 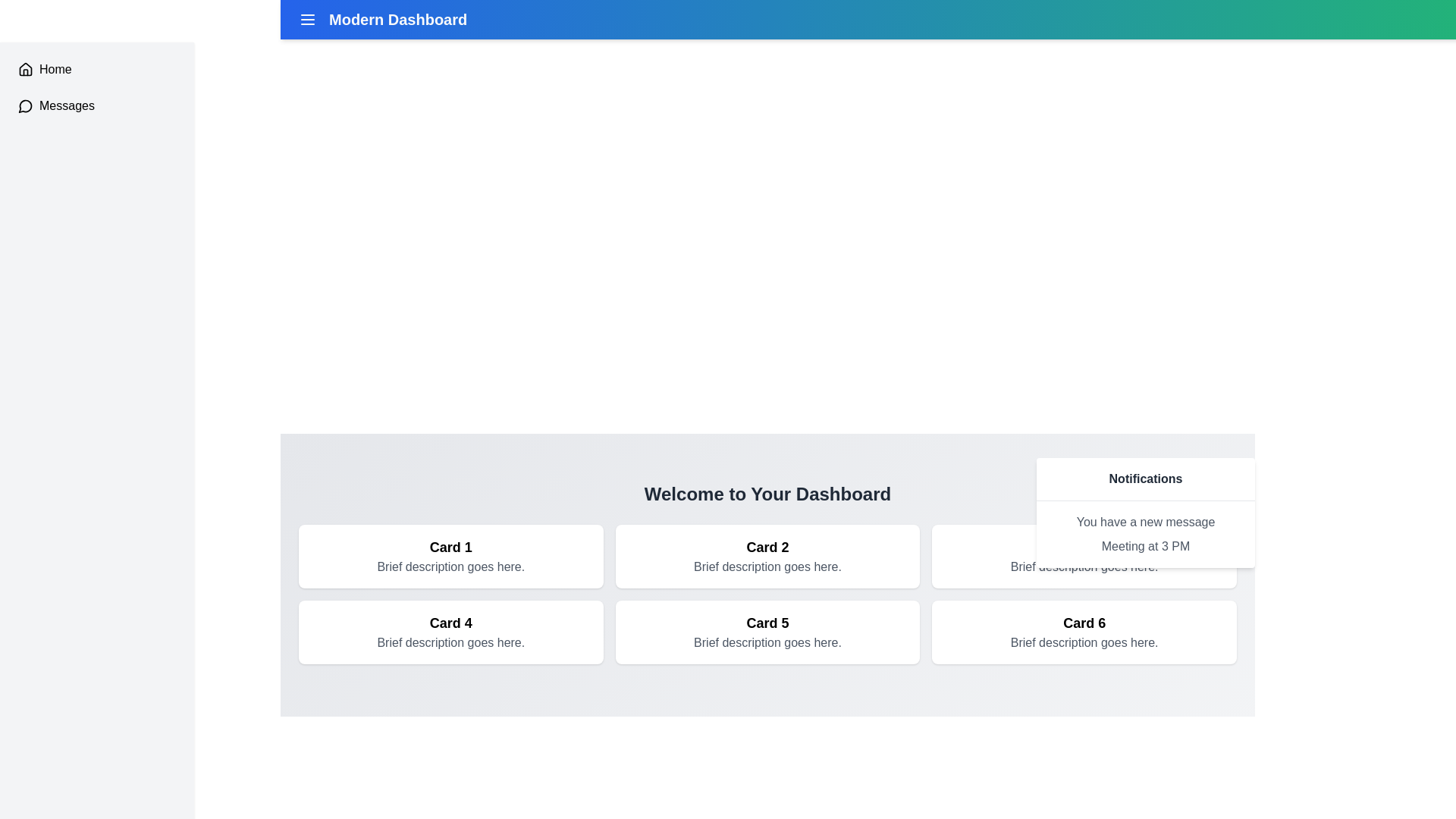 I want to click on the text label displaying the title 'Card 4' for accessibility purposes, so click(x=450, y=623).